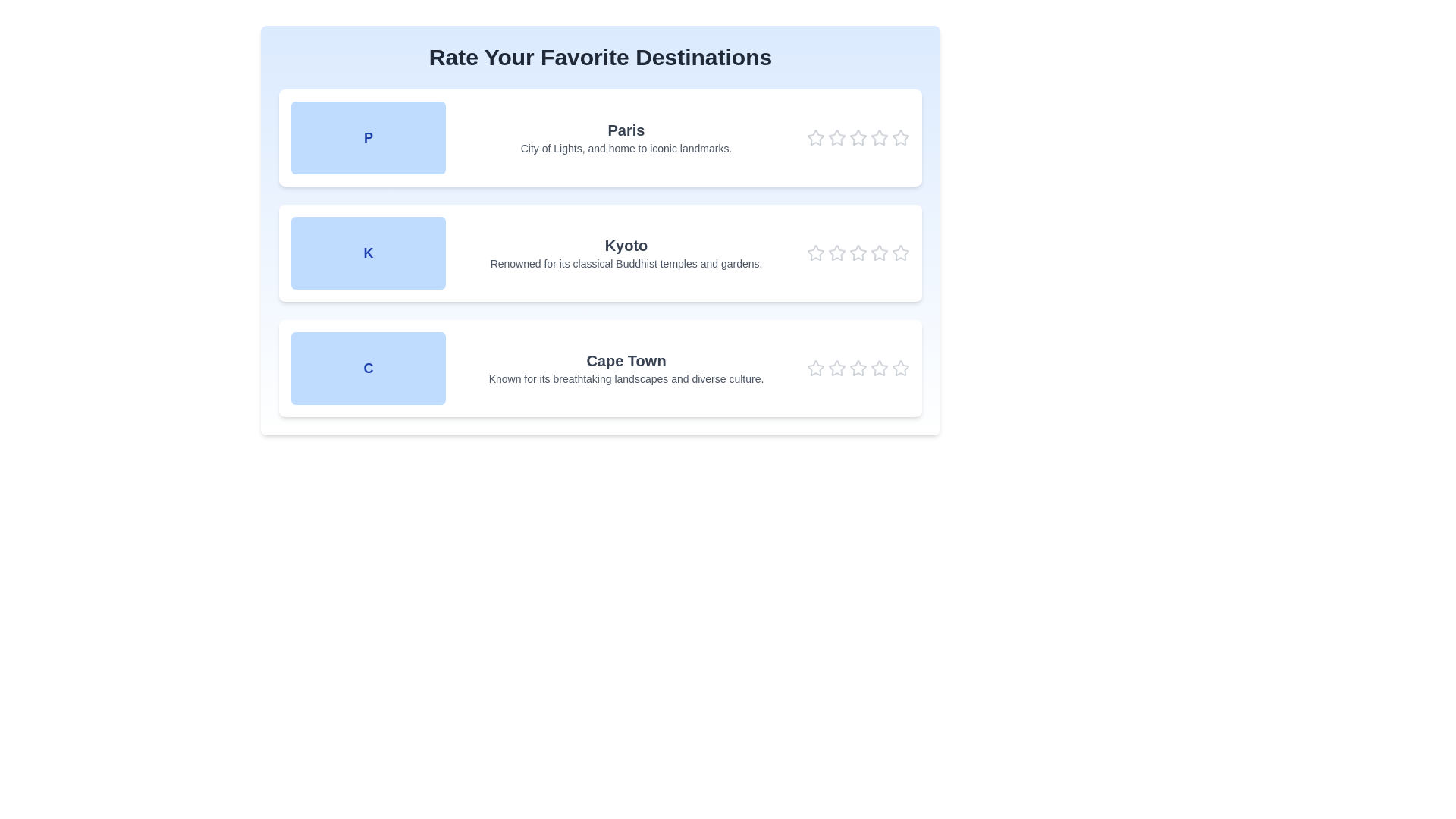 This screenshot has width=1456, height=819. What do you see at coordinates (901, 369) in the screenshot?
I see `the fifth star icon in the rating system to assign a rating to the item labeled 'Cape Town'` at bounding box center [901, 369].